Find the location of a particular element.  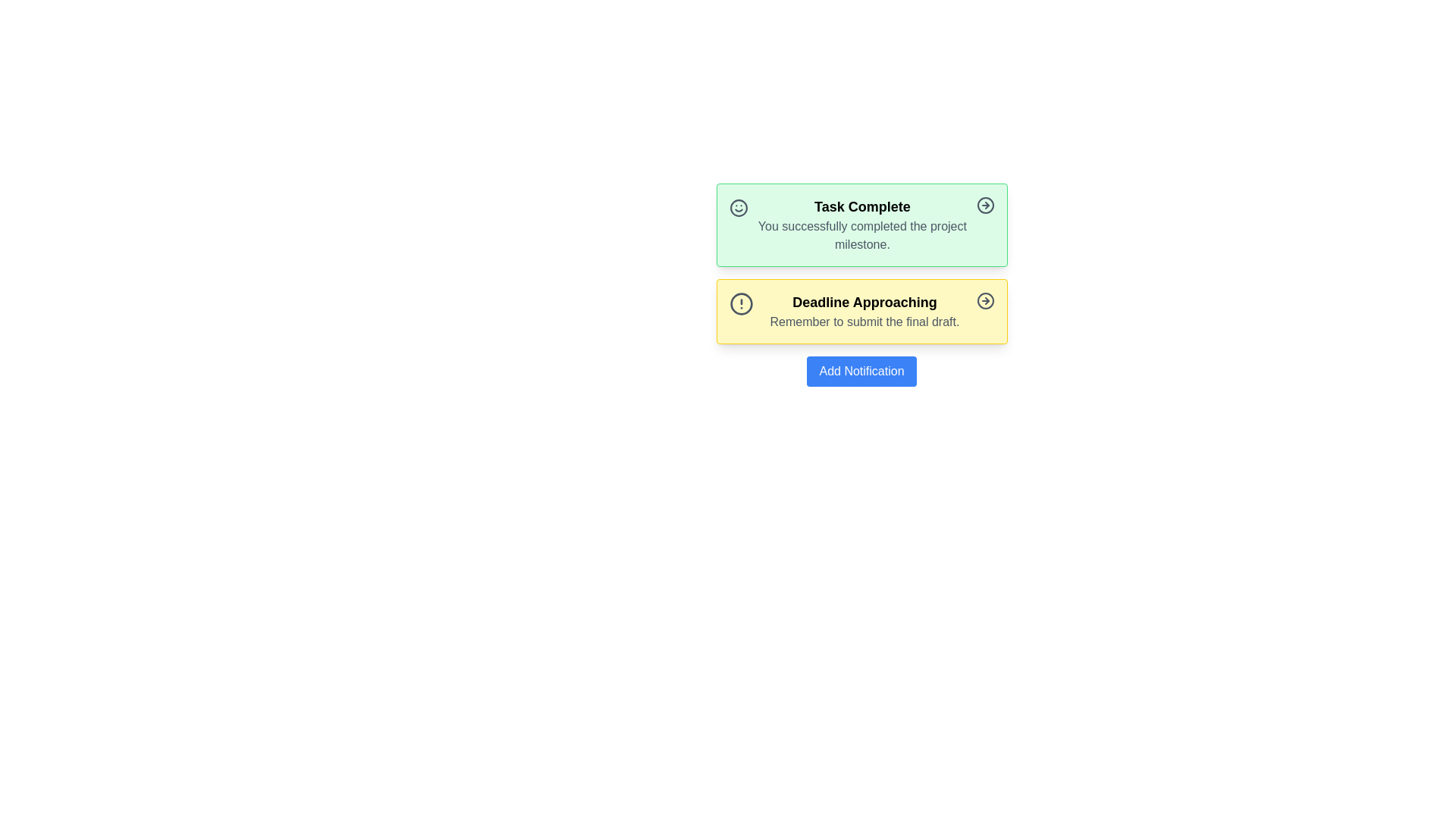

'Add Notification' button to add a new notification is located at coordinates (861, 371).